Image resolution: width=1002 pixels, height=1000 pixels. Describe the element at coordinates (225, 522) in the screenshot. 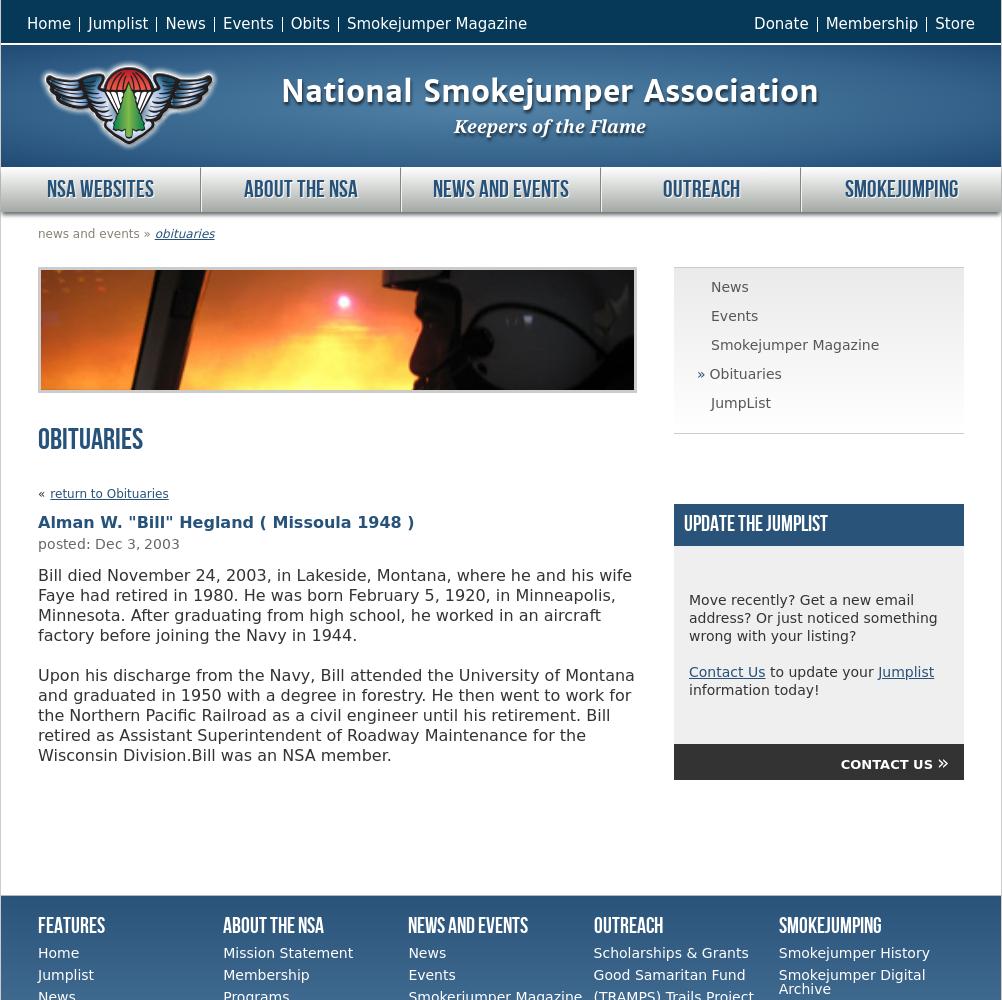

I see `'Alman W. "Bill" Hegland ( Missoula 1948 )'` at that location.